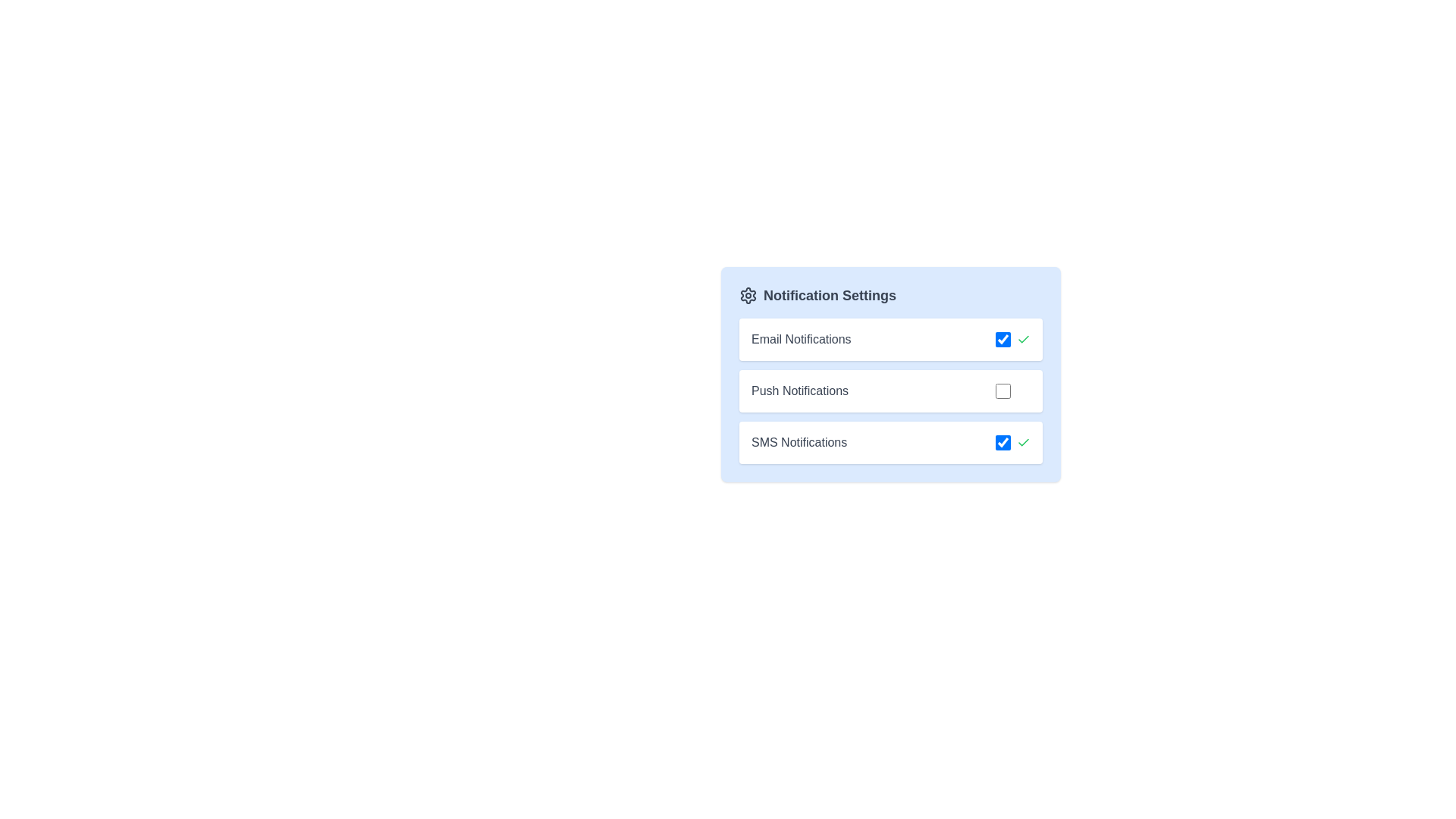  I want to click on the 'Push Notifications' static text label, which is displayed in medium gray with a bold font, located in the 'Notification Settings' panel, so click(799, 391).